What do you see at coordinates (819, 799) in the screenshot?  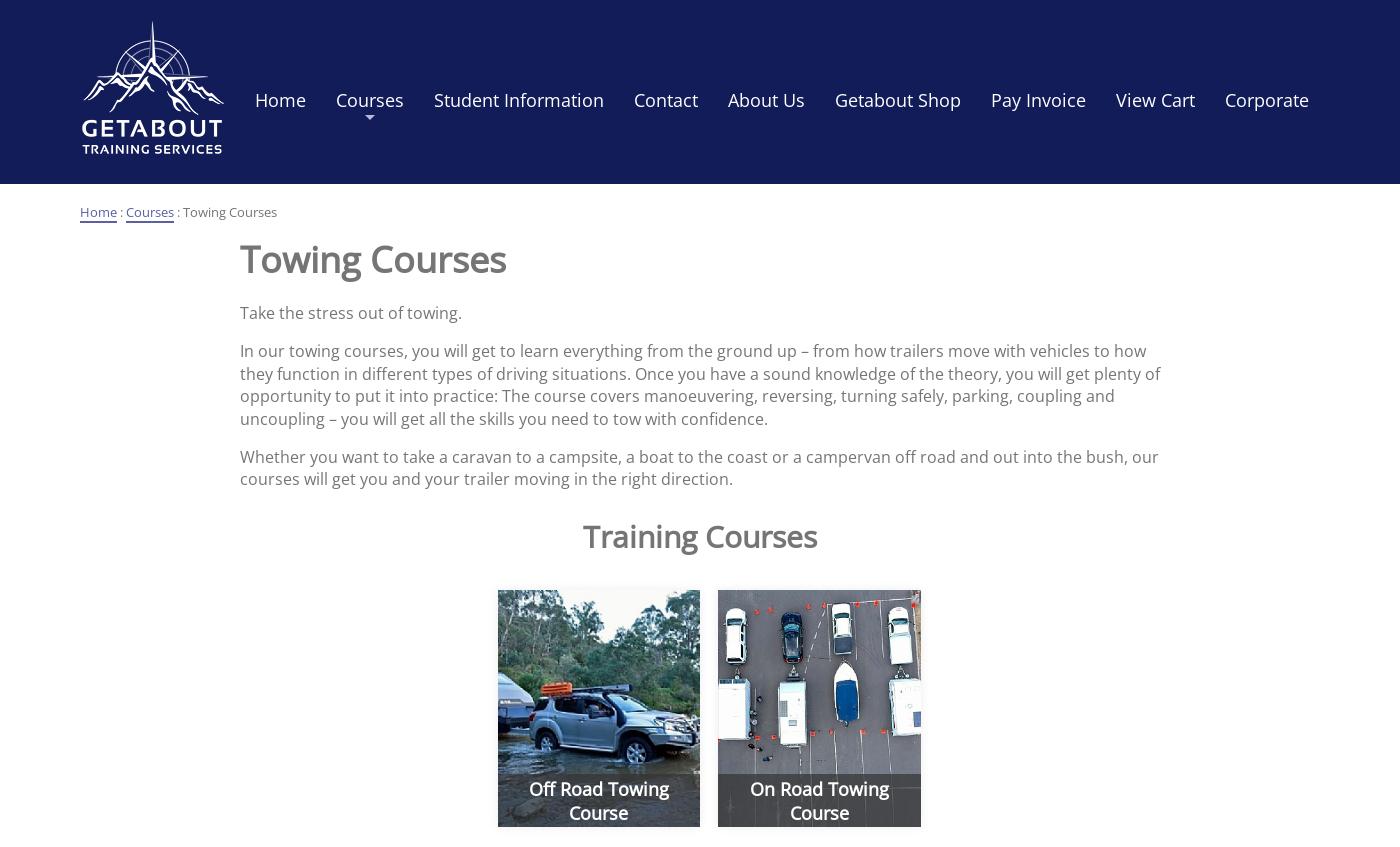 I see `'On Road Towing Course'` at bounding box center [819, 799].